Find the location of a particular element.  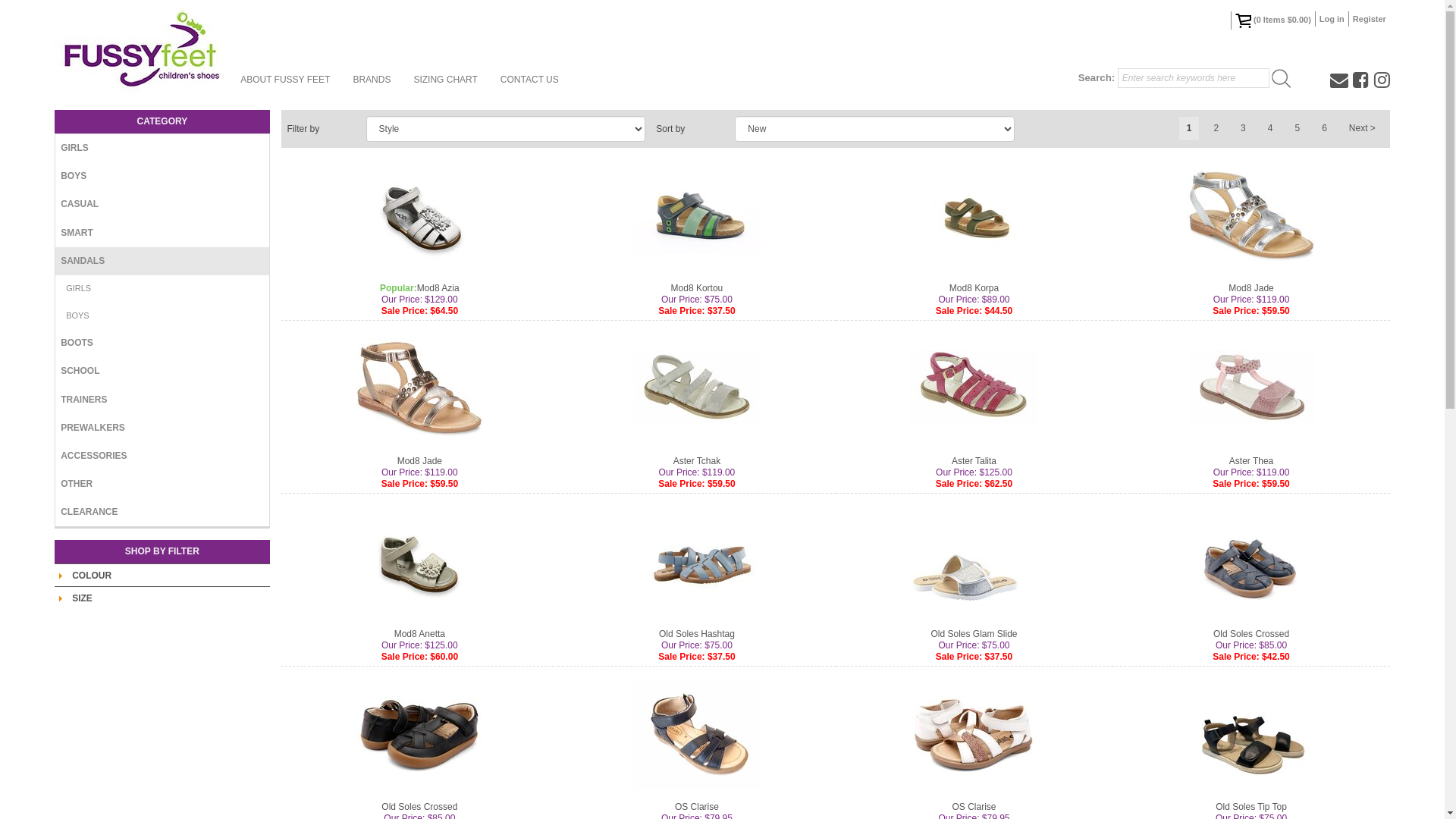

'BRANDS' is located at coordinates (371, 79).